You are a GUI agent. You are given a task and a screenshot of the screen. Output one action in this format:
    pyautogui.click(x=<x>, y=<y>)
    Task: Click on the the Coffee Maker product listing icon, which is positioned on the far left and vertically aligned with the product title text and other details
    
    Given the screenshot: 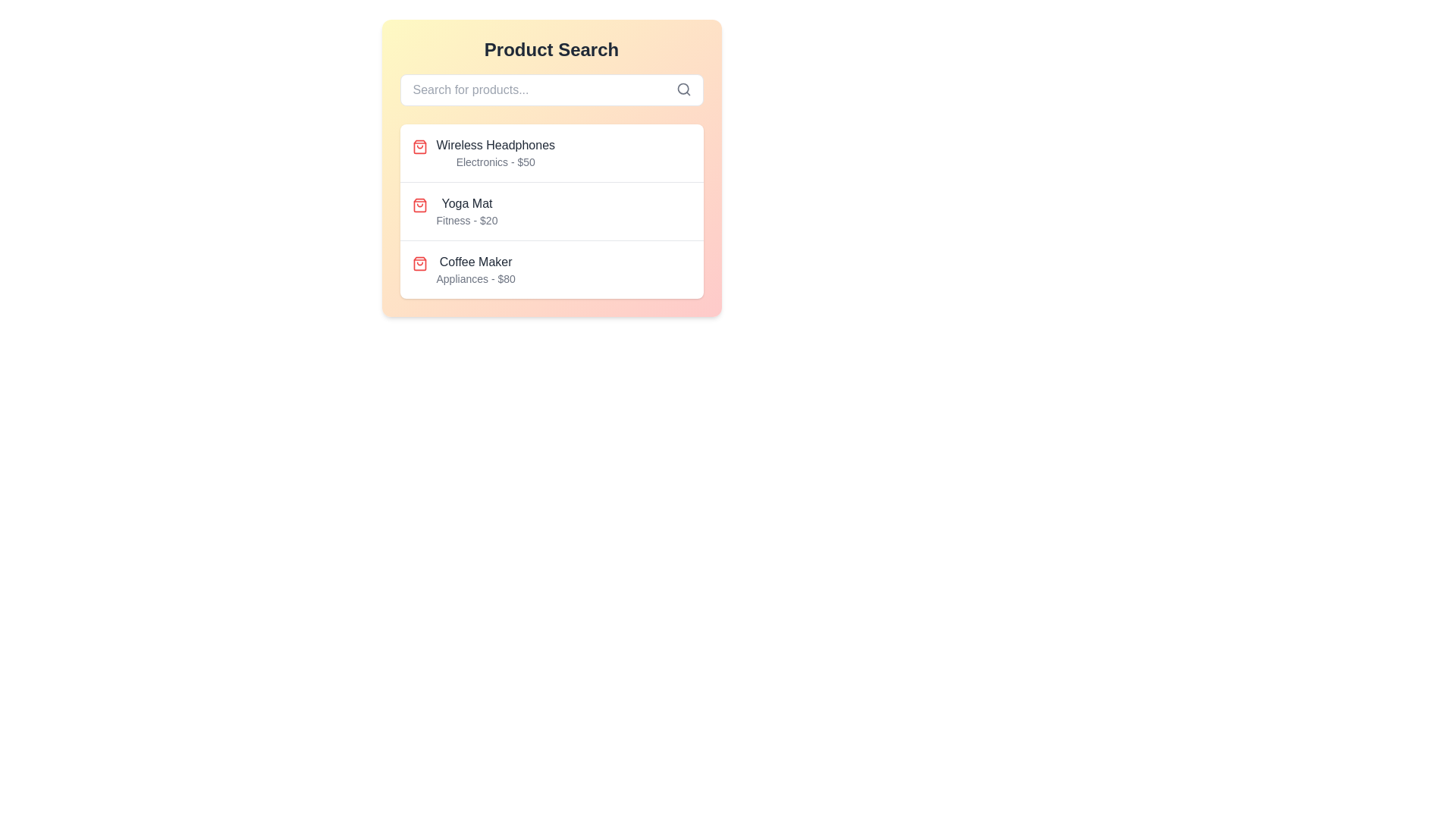 What is the action you would take?
    pyautogui.click(x=419, y=262)
    